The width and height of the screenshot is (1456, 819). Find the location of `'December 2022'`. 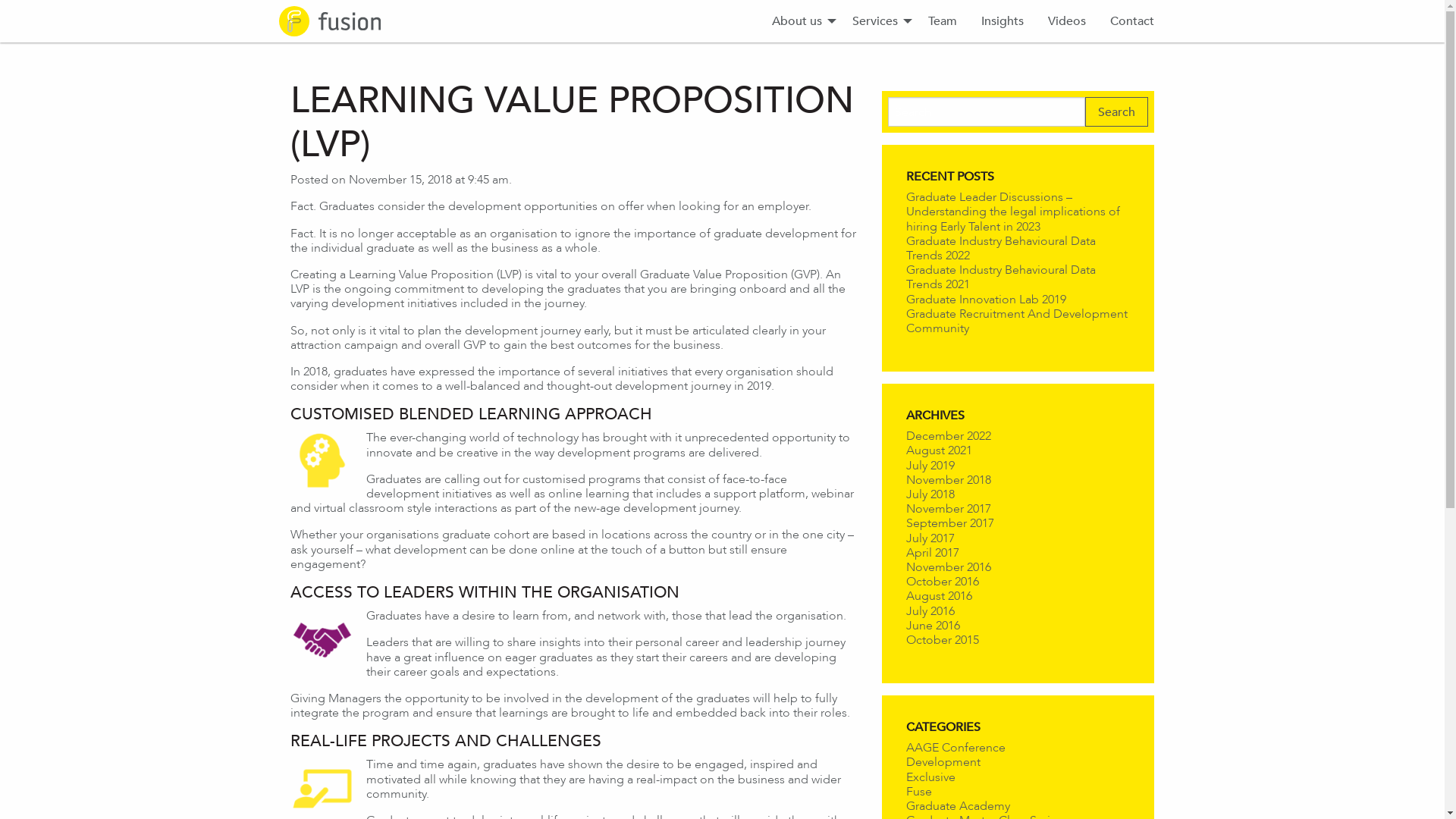

'December 2022' is located at coordinates (905, 435).